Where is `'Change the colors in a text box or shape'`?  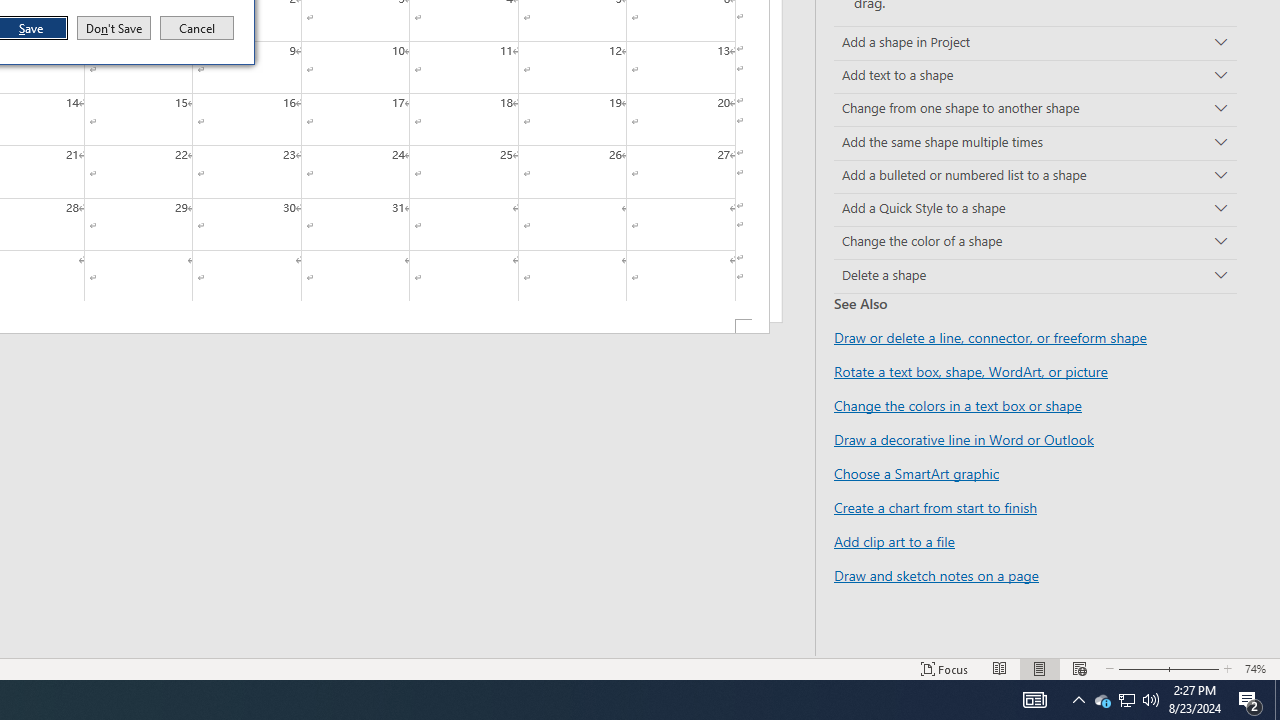
'Change the colors in a text box or shape' is located at coordinates (957, 405).